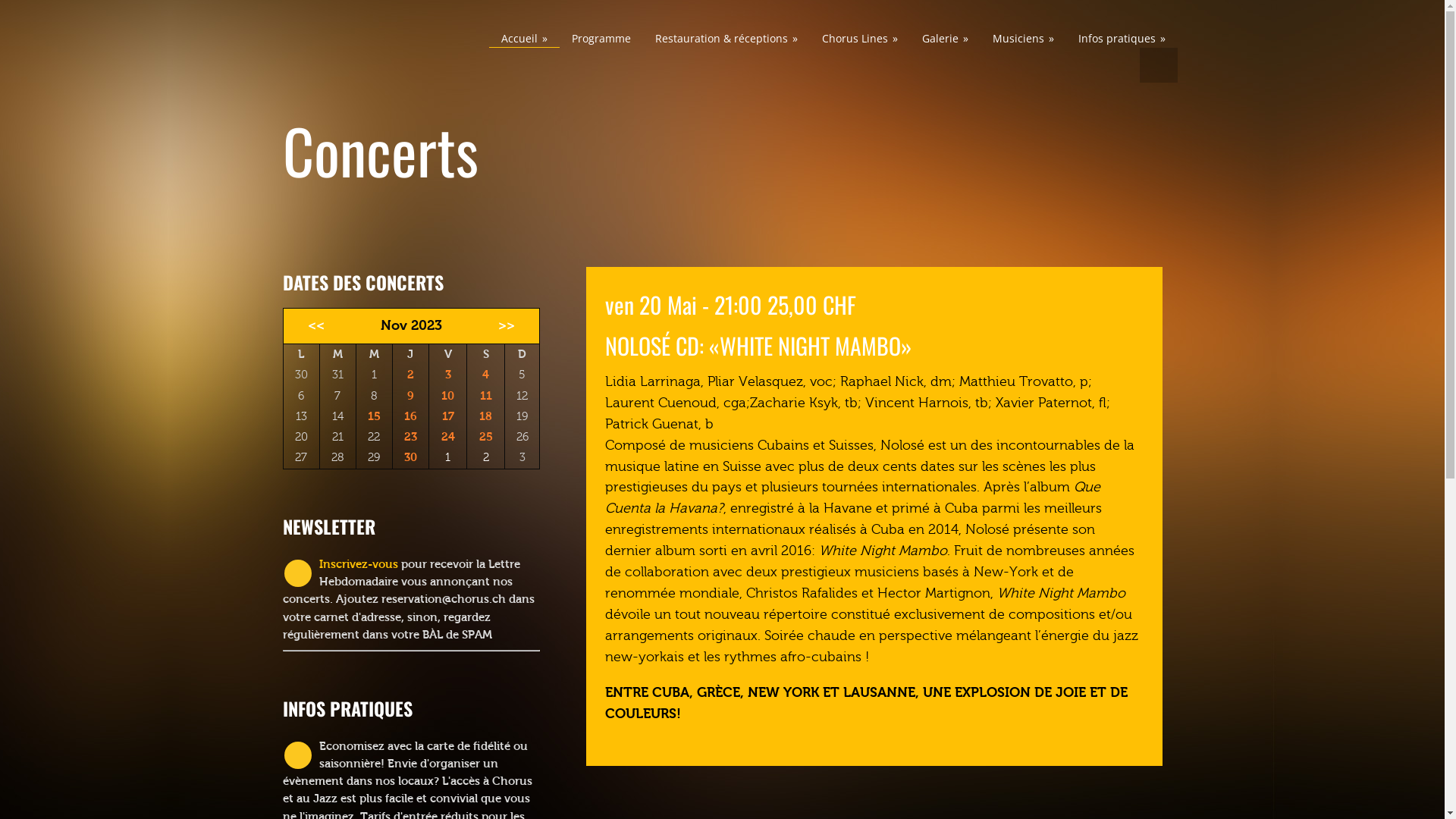 The height and width of the screenshot is (819, 1456). What do you see at coordinates (447, 394) in the screenshot?
I see `'10'` at bounding box center [447, 394].